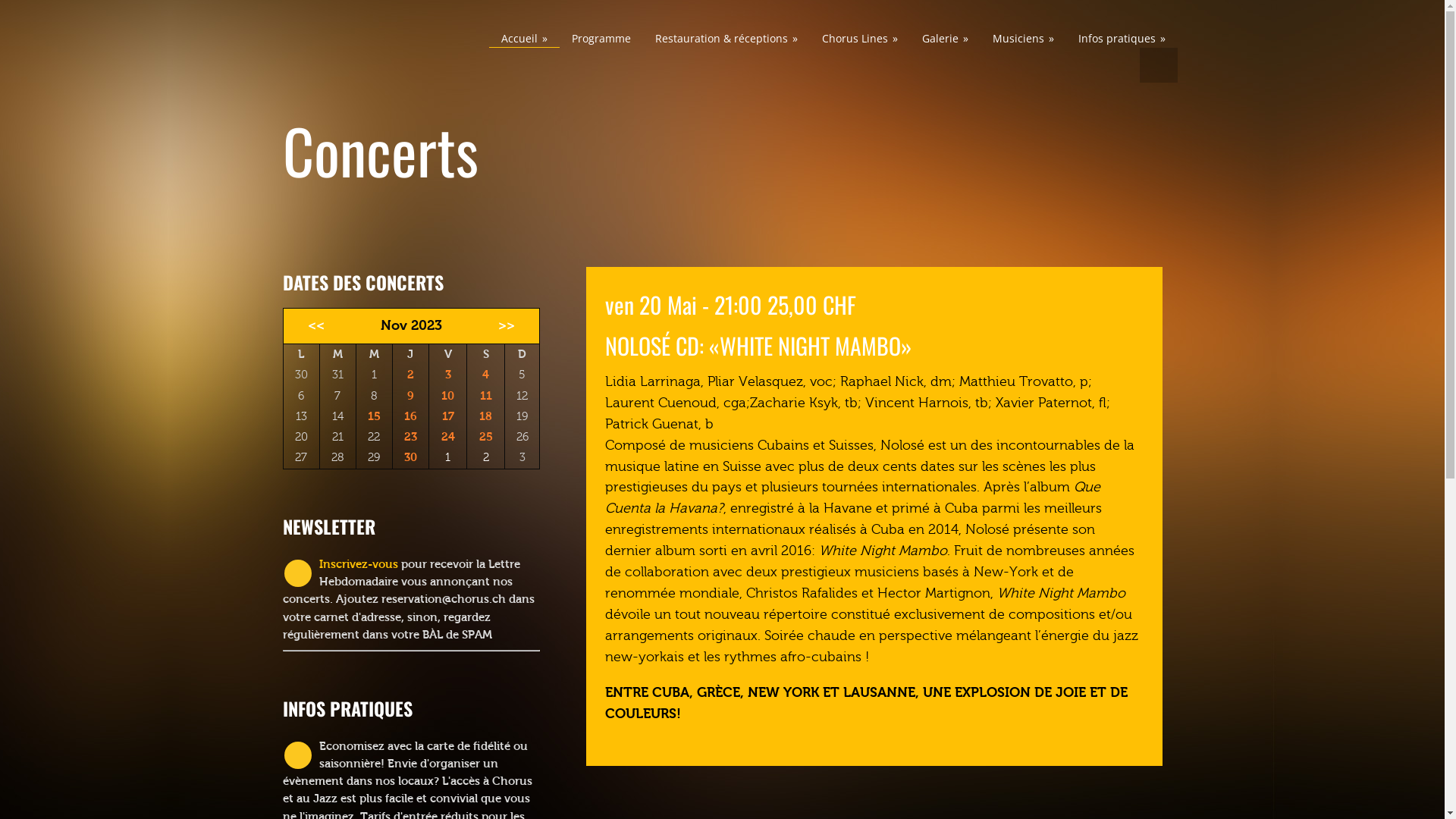 The height and width of the screenshot is (819, 1456). What do you see at coordinates (447, 394) in the screenshot?
I see `'10'` at bounding box center [447, 394].